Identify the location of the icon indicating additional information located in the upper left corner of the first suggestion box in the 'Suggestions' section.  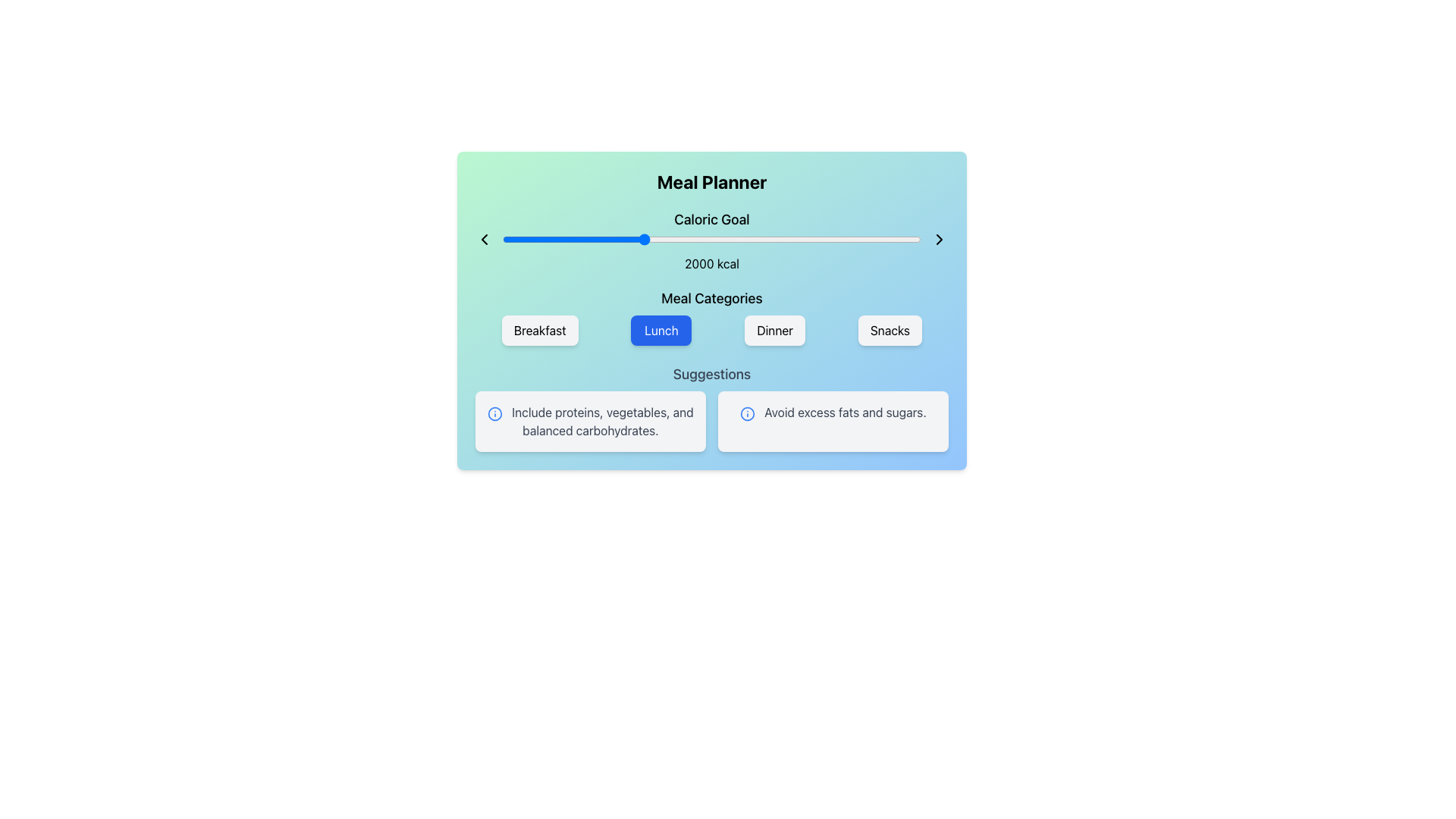
(495, 413).